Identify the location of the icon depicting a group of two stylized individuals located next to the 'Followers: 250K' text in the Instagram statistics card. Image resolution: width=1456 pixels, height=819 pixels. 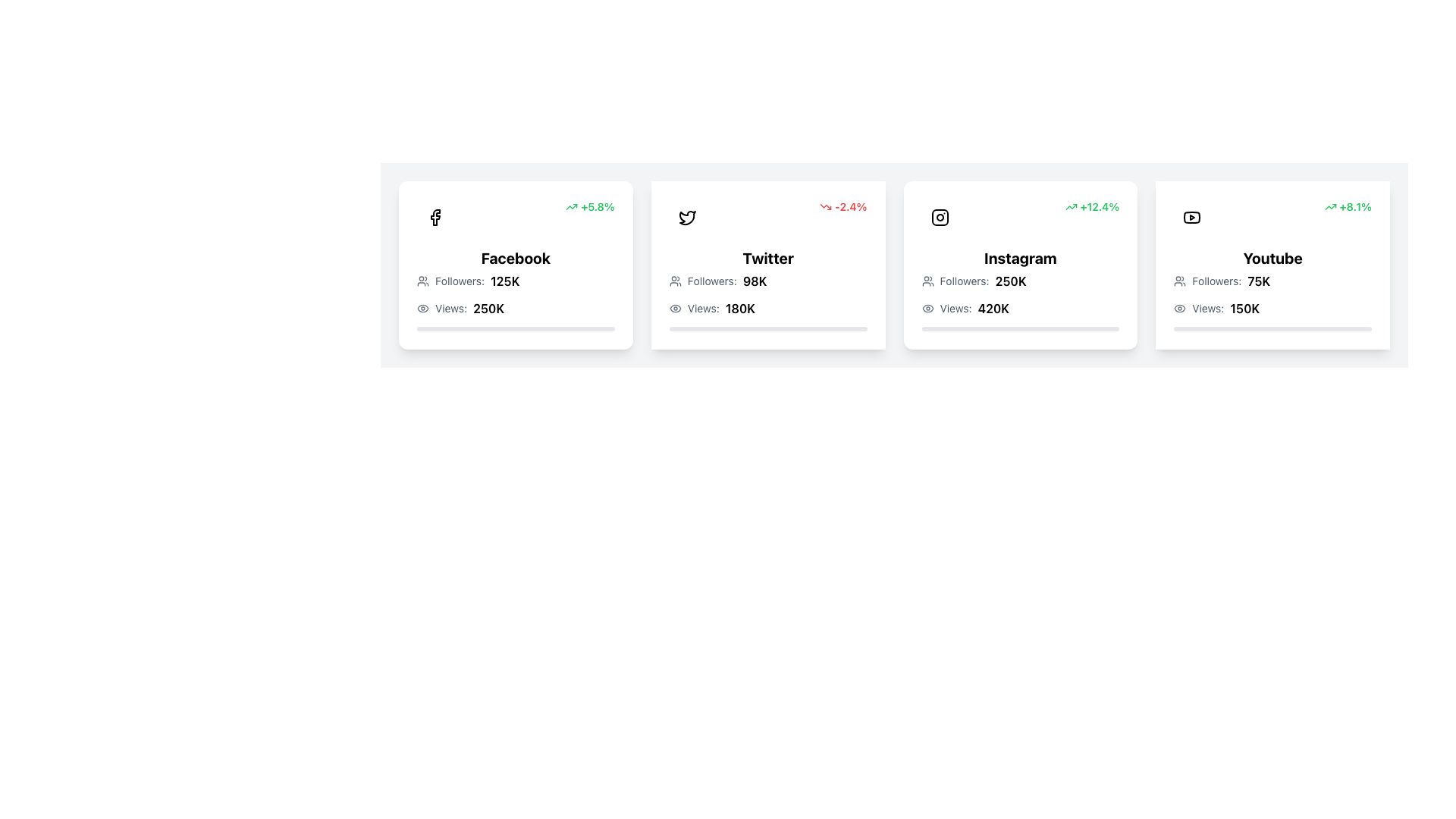
(927, 281).